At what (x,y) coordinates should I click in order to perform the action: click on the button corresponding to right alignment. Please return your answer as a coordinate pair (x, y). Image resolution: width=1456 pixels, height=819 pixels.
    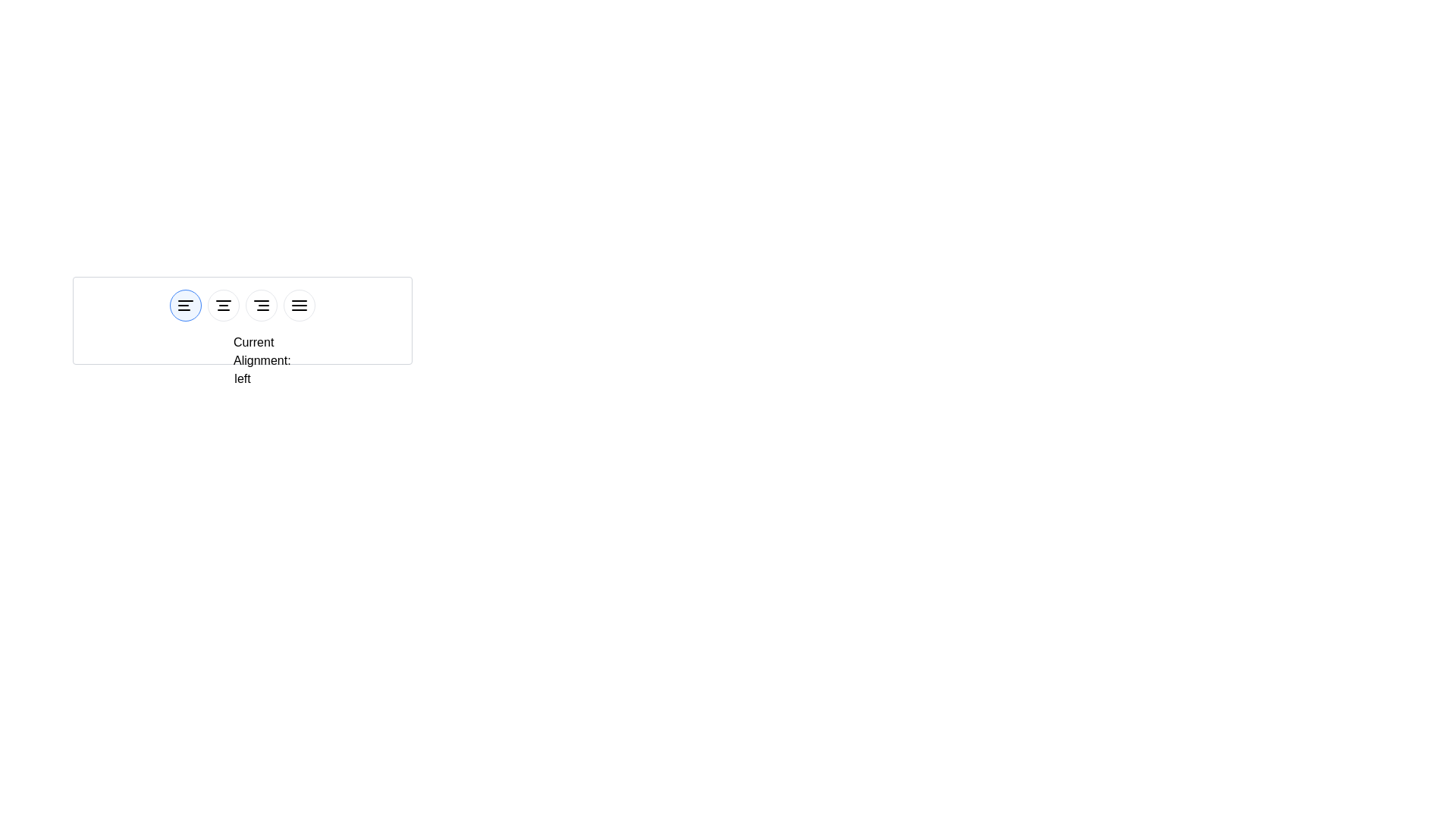
    Looking at the image, I should click on (262, 305).